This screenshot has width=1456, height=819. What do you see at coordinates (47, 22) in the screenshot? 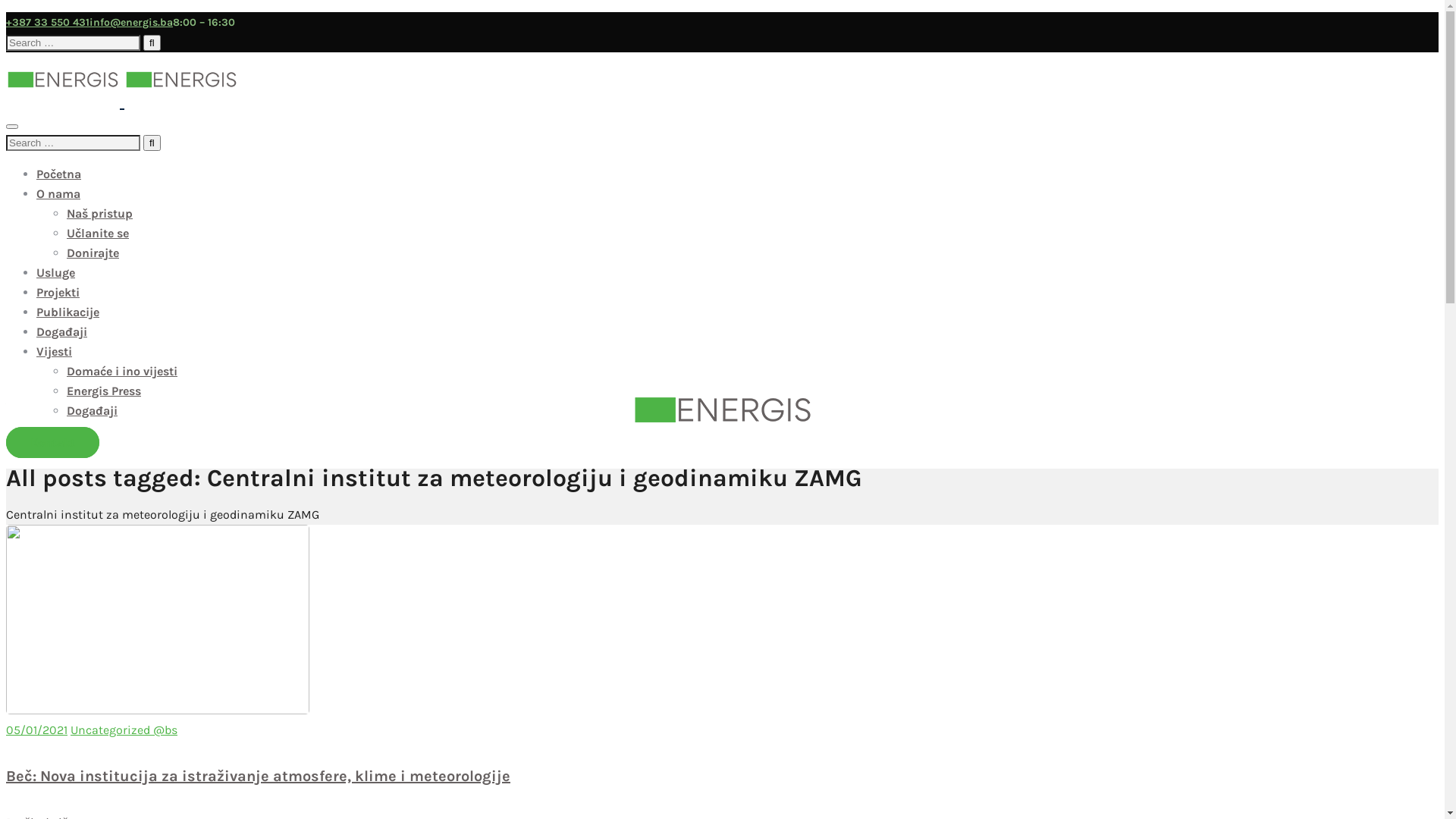
I see `'+387 33 550 431'` at bounding box center [47, 22].